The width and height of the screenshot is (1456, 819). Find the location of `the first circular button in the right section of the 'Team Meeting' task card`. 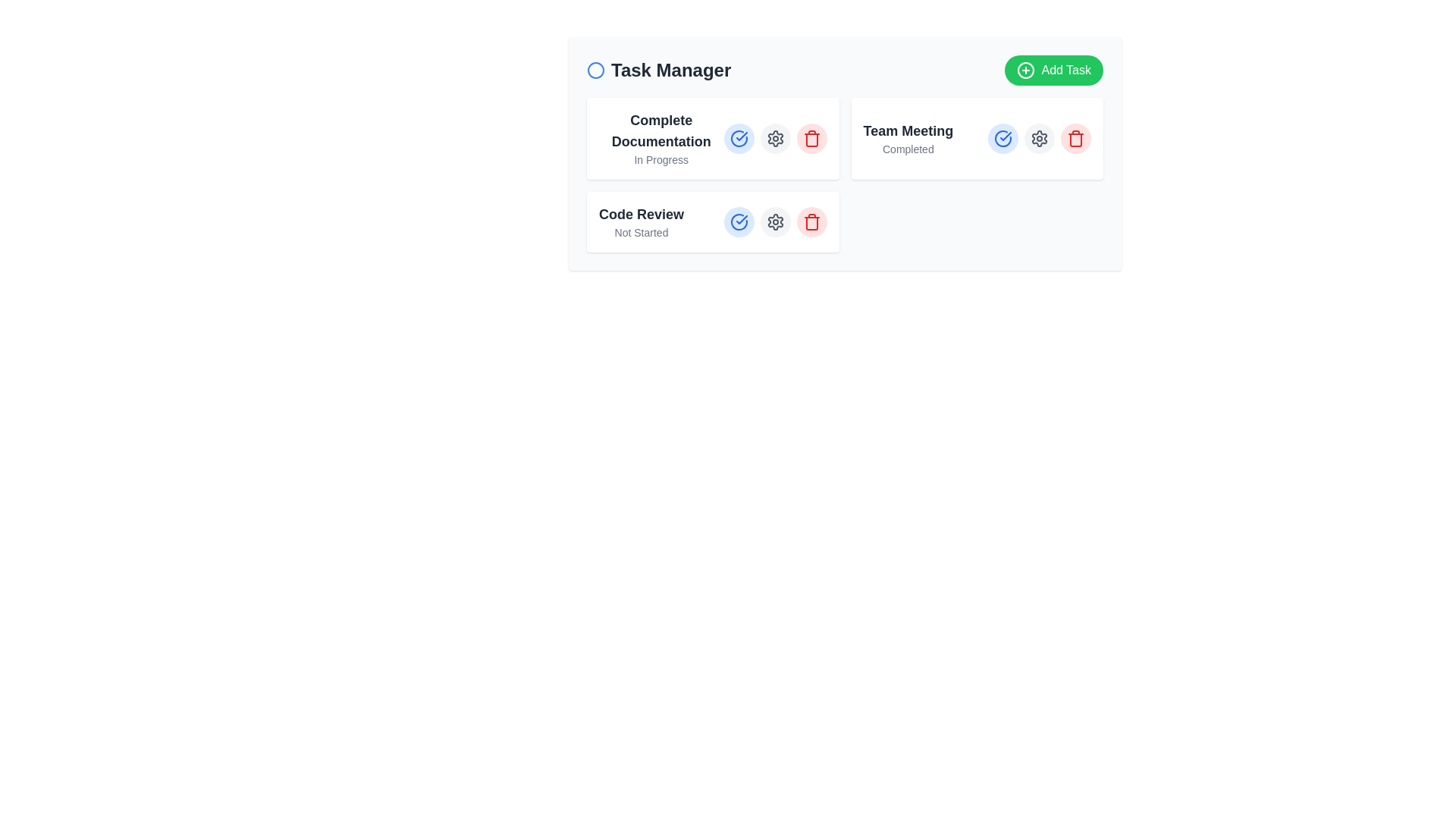

the first circular button in the right section of the 'Team Meeting' task card is located at coordinates (1003, 138).